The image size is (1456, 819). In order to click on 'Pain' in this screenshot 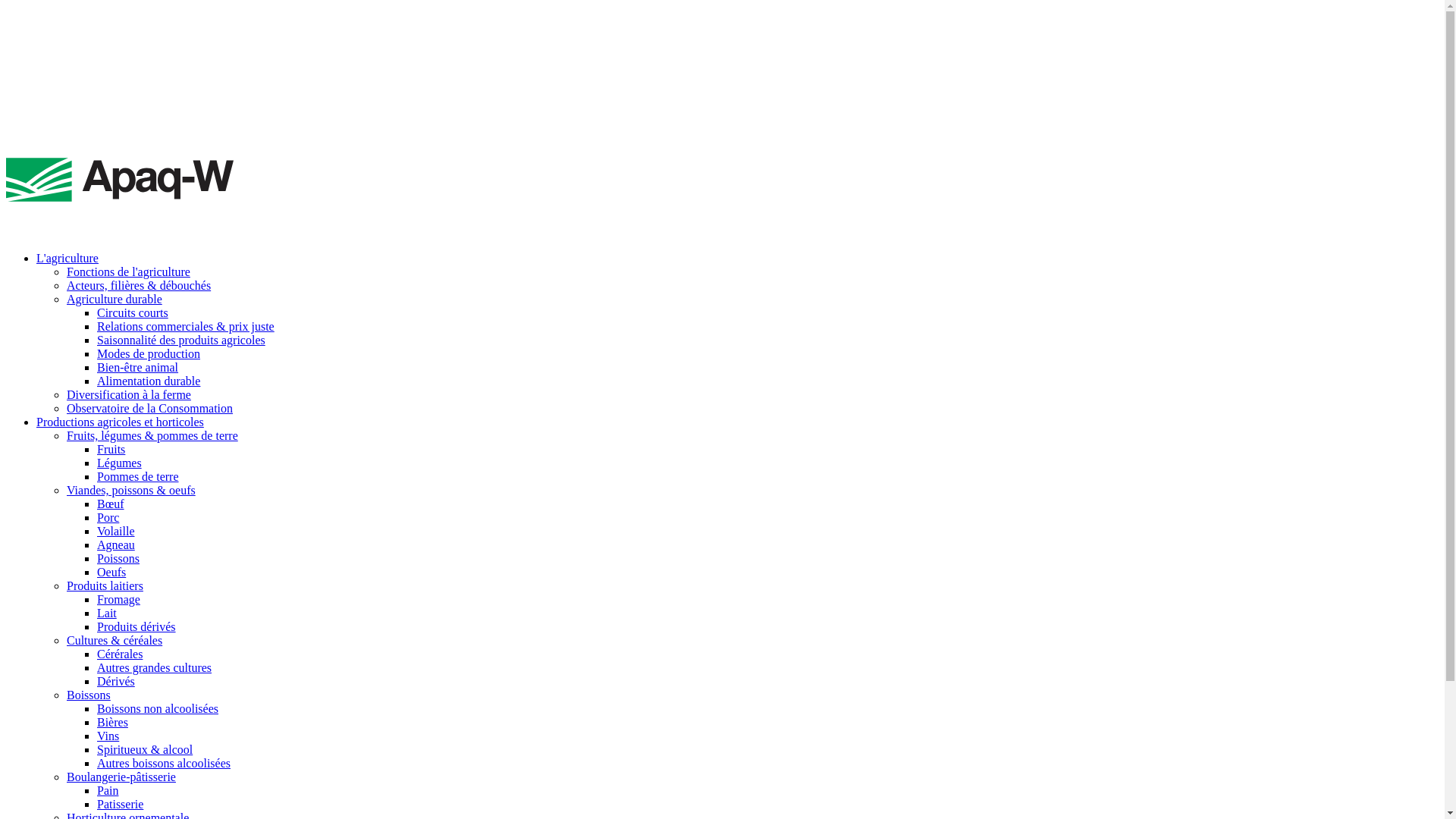, I will do `click(107, 789)`.